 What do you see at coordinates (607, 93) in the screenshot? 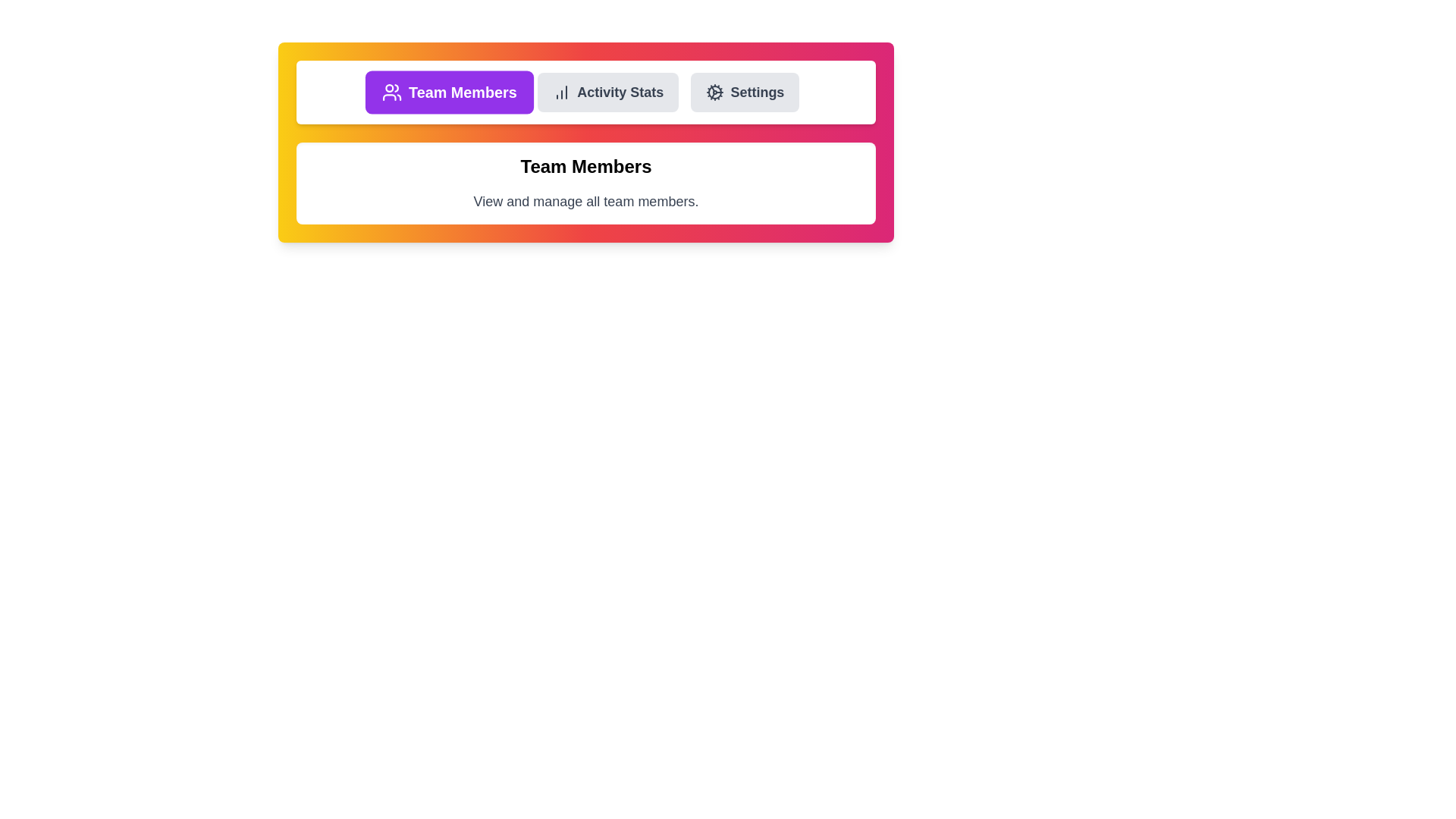
I see `the tab labeled Activity Stats to view its description` at bounding box center [607, 93].